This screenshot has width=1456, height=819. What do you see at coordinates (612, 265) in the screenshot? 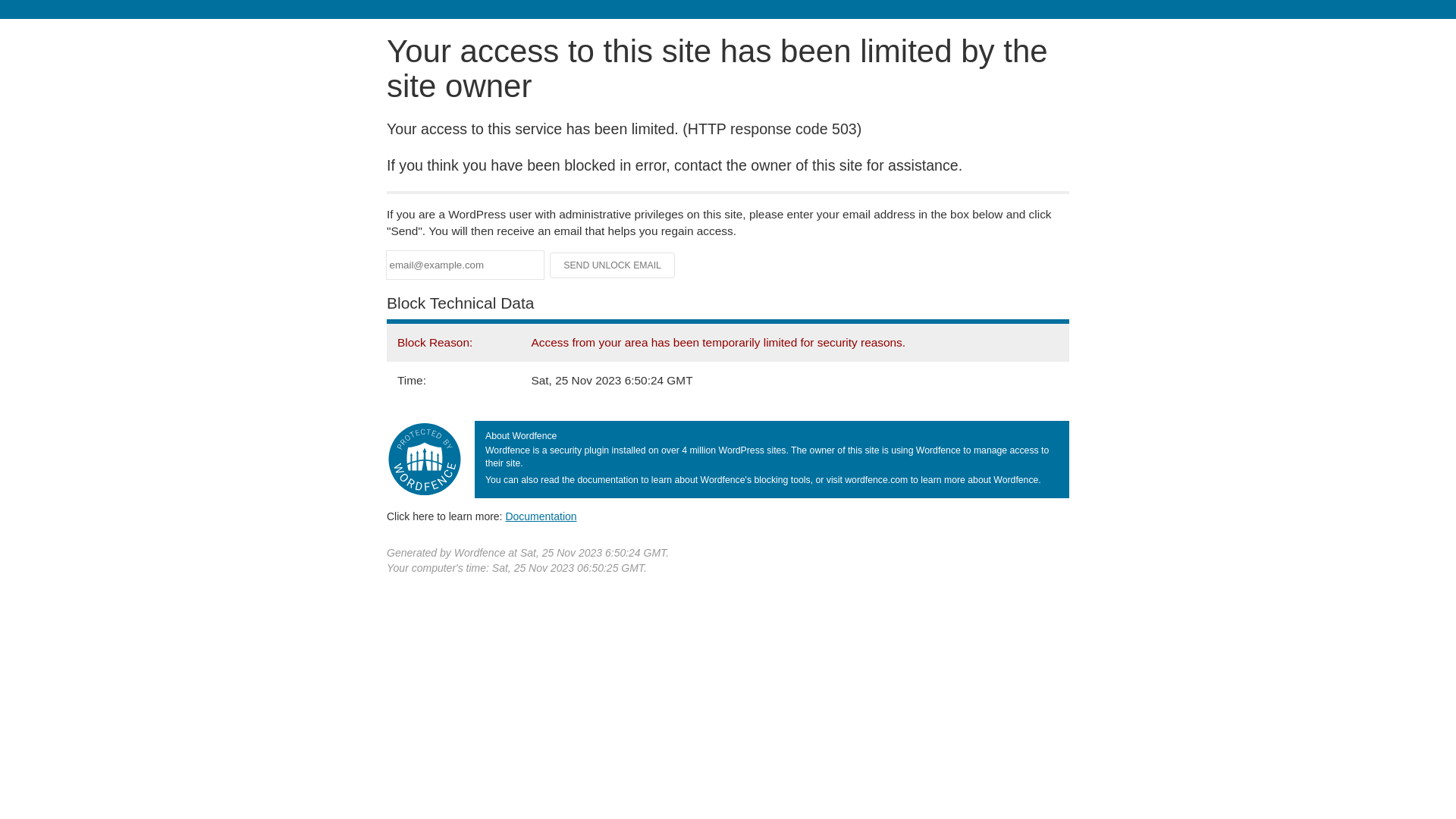
I see `'Send Unlock Email'` at bounding box center [612, 265].